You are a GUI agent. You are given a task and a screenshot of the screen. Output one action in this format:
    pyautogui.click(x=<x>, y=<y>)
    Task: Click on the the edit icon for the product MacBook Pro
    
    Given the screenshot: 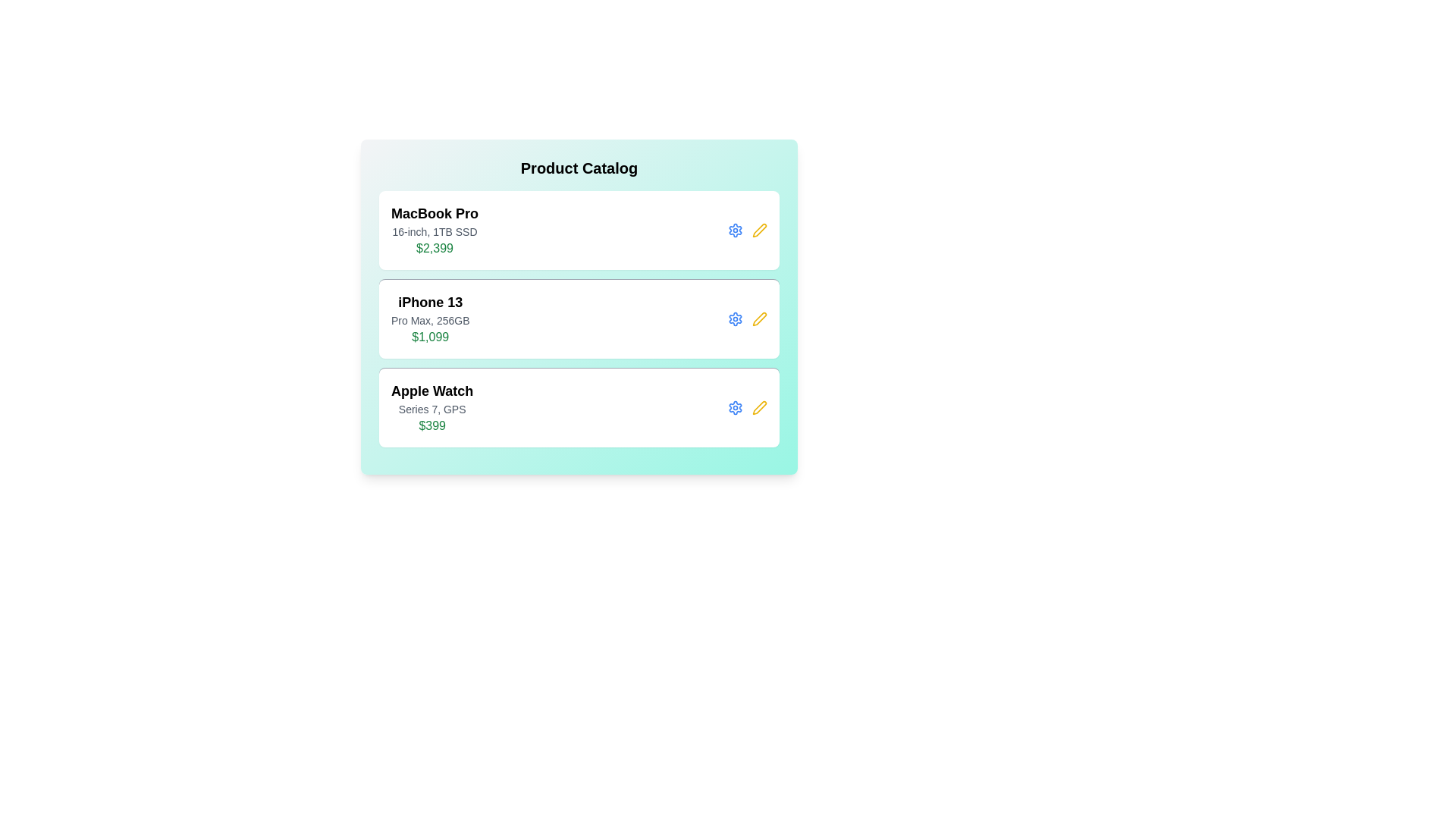 What is the action you would take?
    pyautogui.click(x=760, y=231)
    